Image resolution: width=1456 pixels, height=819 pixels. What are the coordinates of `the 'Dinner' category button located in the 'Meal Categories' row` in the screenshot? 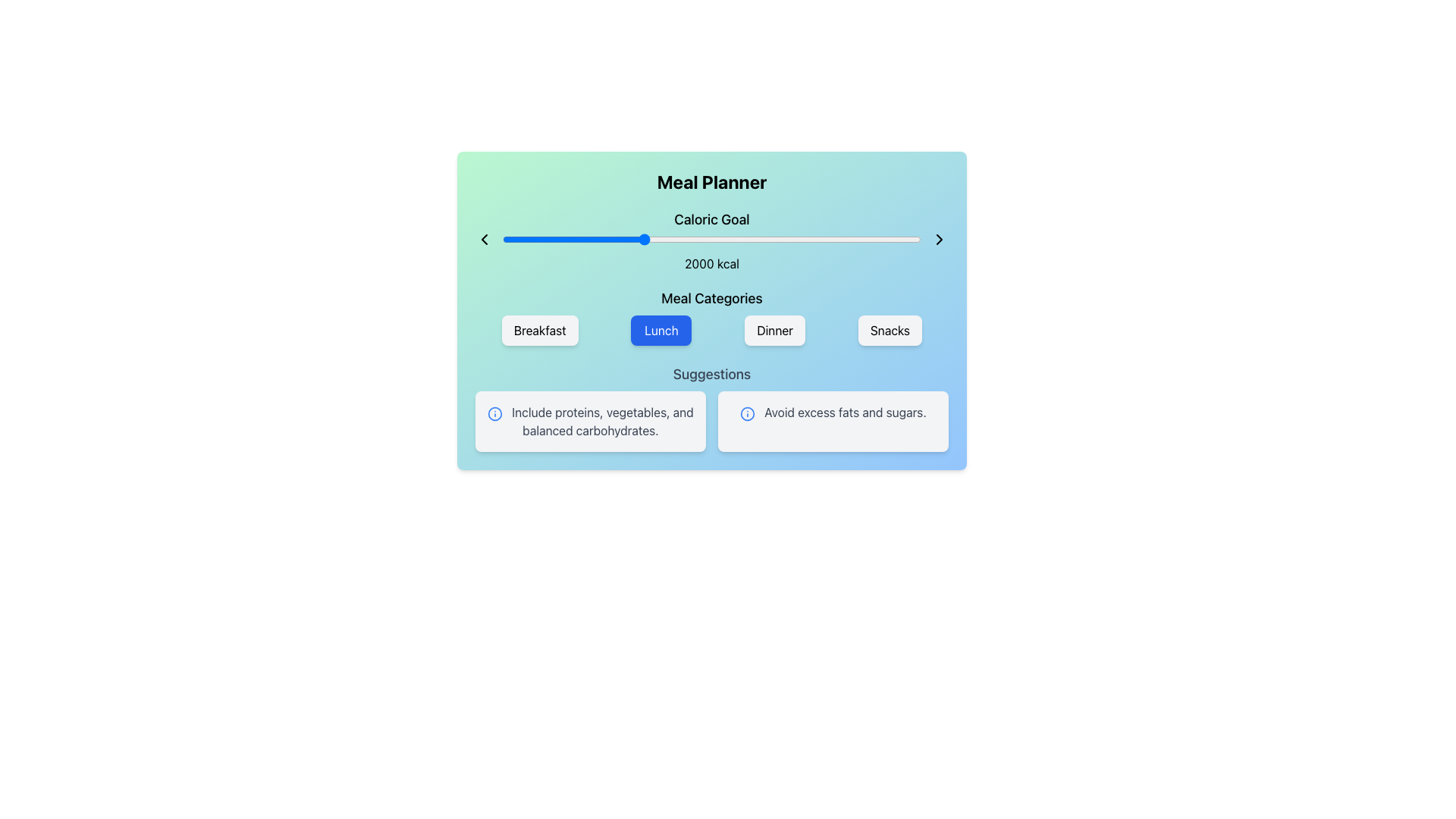 It's located at (775, 329).